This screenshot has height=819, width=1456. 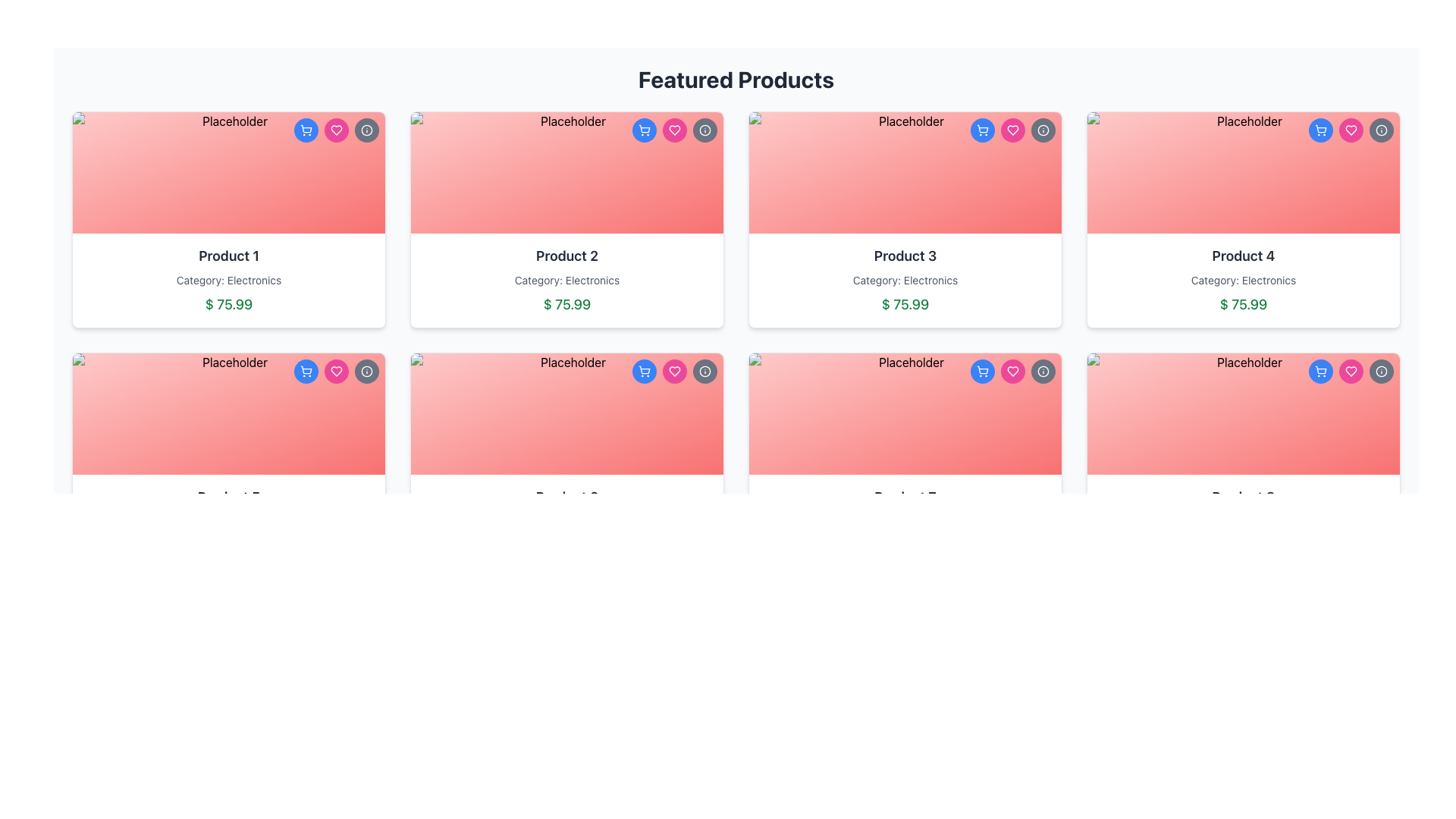 What do you see at coordinates (983, 371) in the screenshot?
I see `the leftmost circular button in the top-right corner of the 'Product 3' card` at bounding box center [983, 371].